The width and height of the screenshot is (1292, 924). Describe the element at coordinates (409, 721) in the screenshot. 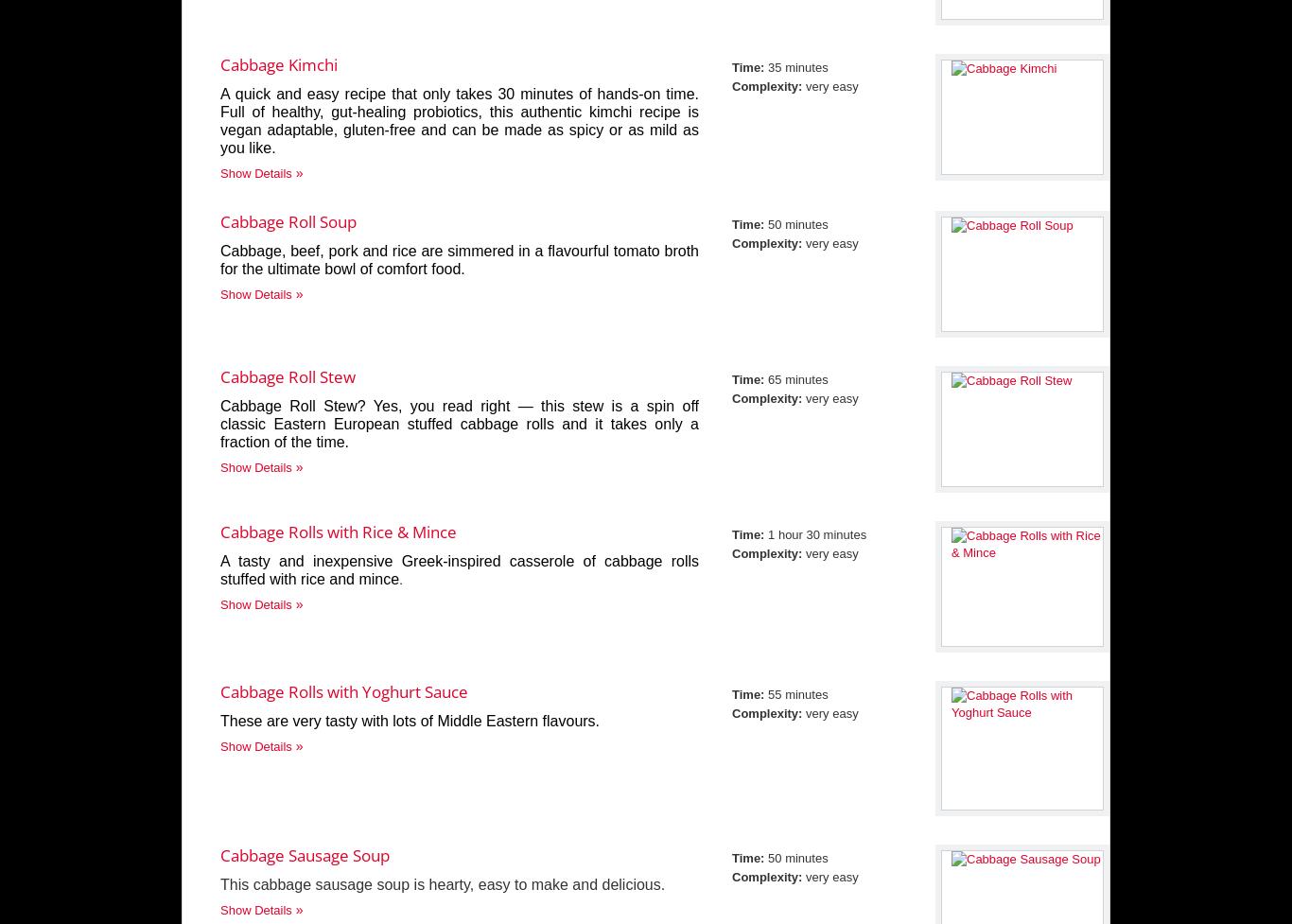

I see `'These are very tasty with lots of Middle Eastern flavours.'` at that location.